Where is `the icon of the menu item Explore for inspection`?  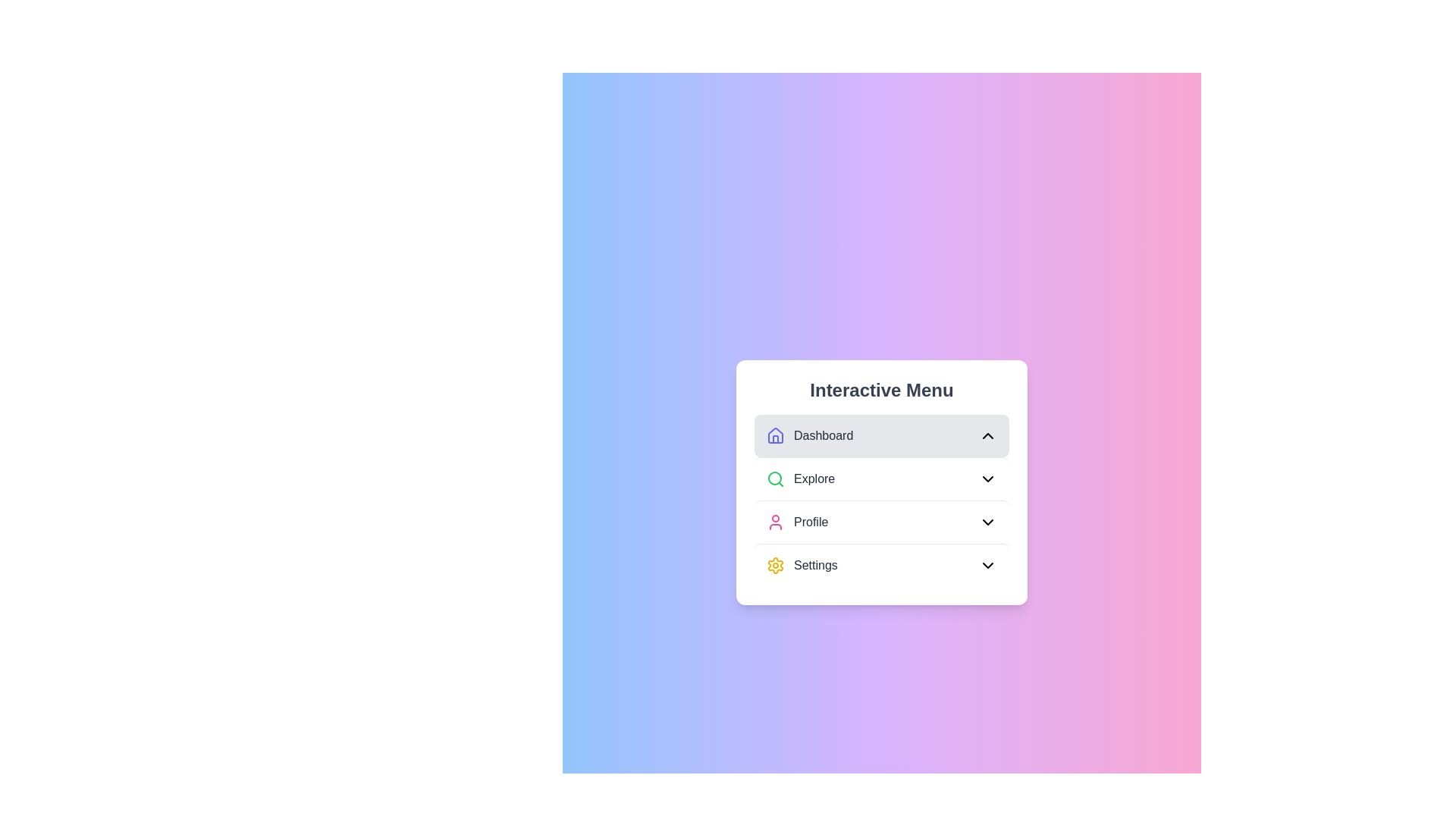
the icon of the menu item Explore for inspection is located at coordinates (775, 479).